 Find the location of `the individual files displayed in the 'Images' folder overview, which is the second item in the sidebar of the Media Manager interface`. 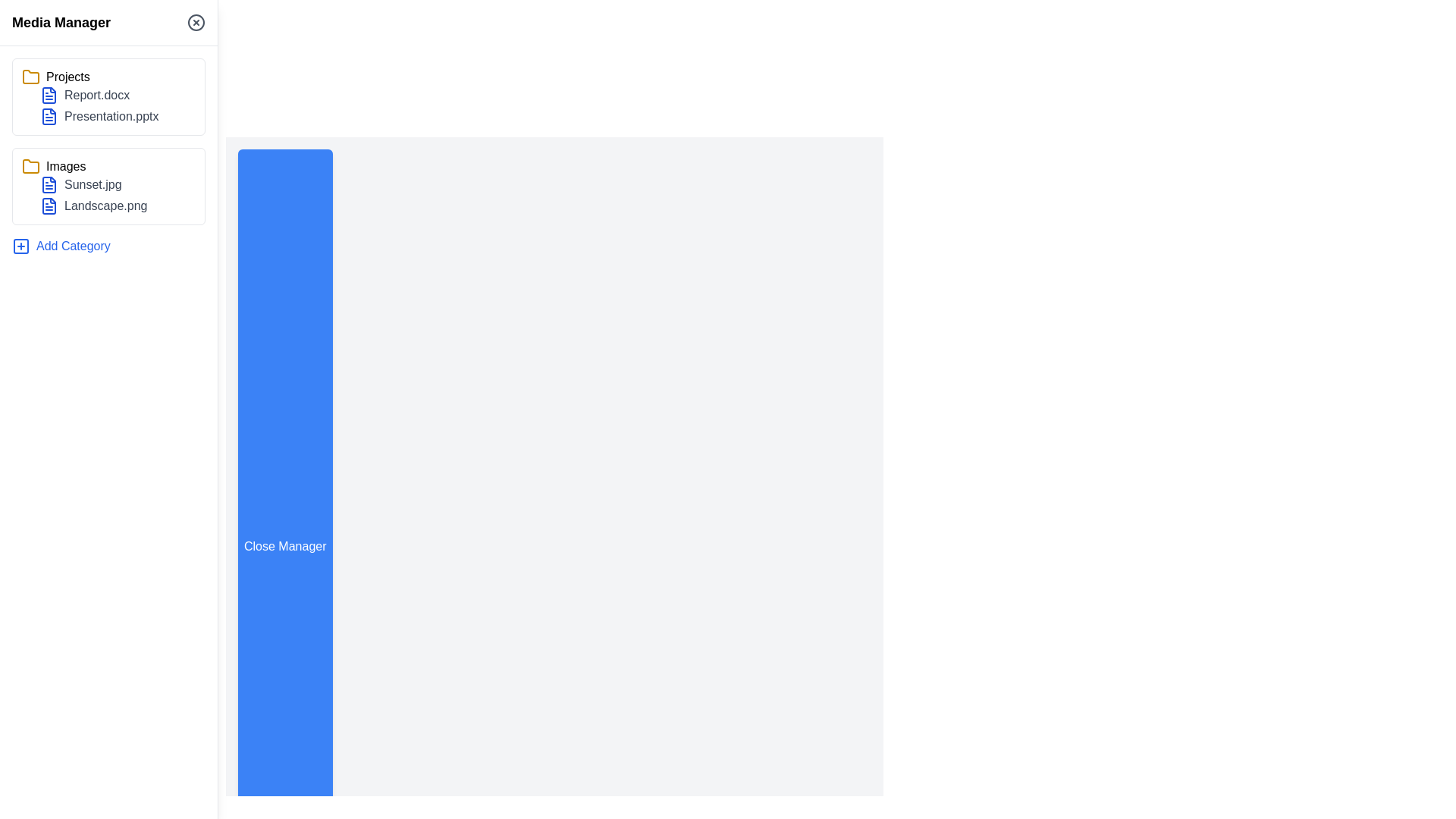

the individual files displayed in the 'Images' folder overview, which is the second item in the sidebar of the Media Manager interface is located at coordinates (108, 186).